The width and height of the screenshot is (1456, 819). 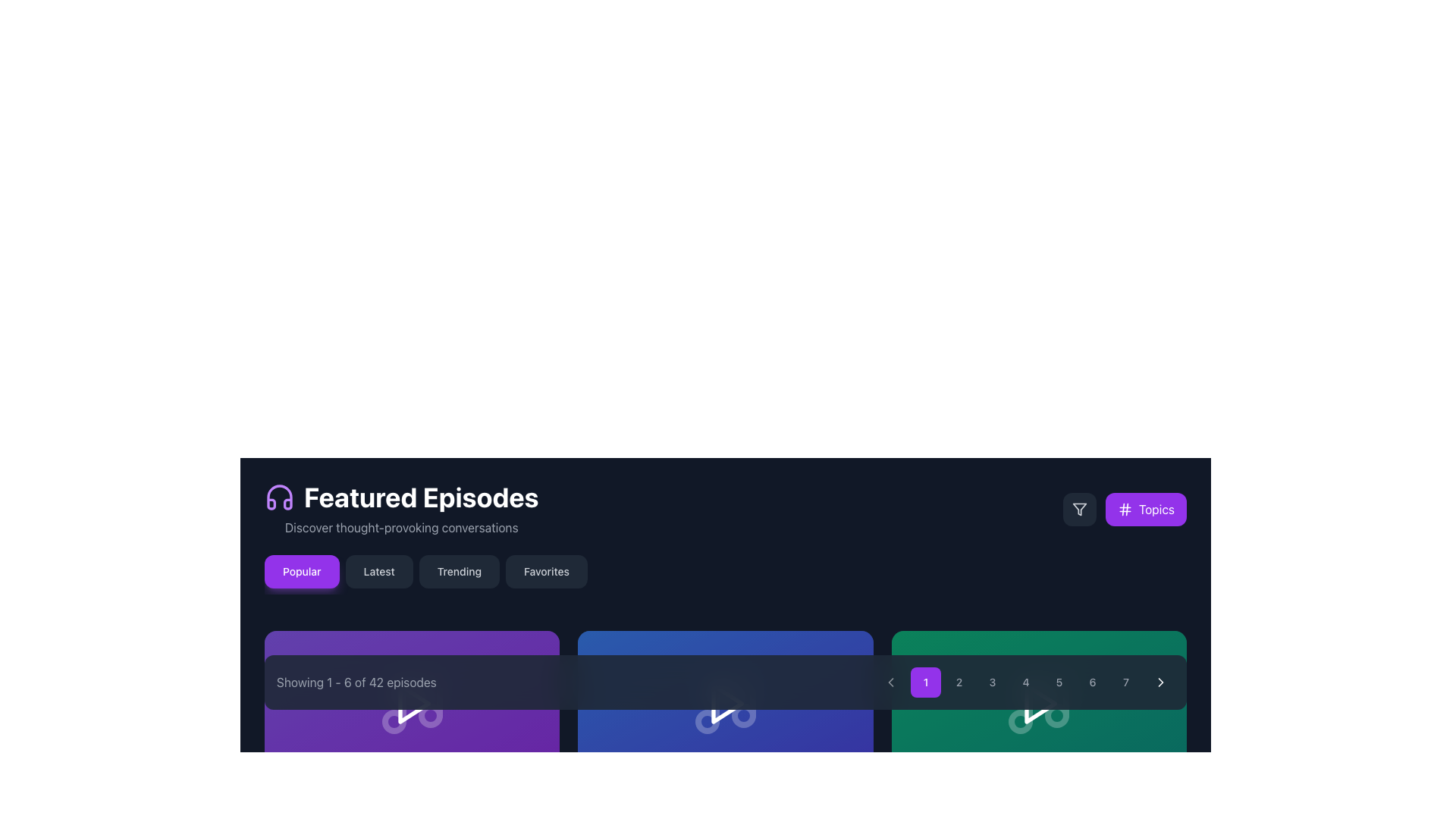 I want to click on the small circular SVG element located in the lower right quadrant of the musical note icon, so click(x=429, y=716).